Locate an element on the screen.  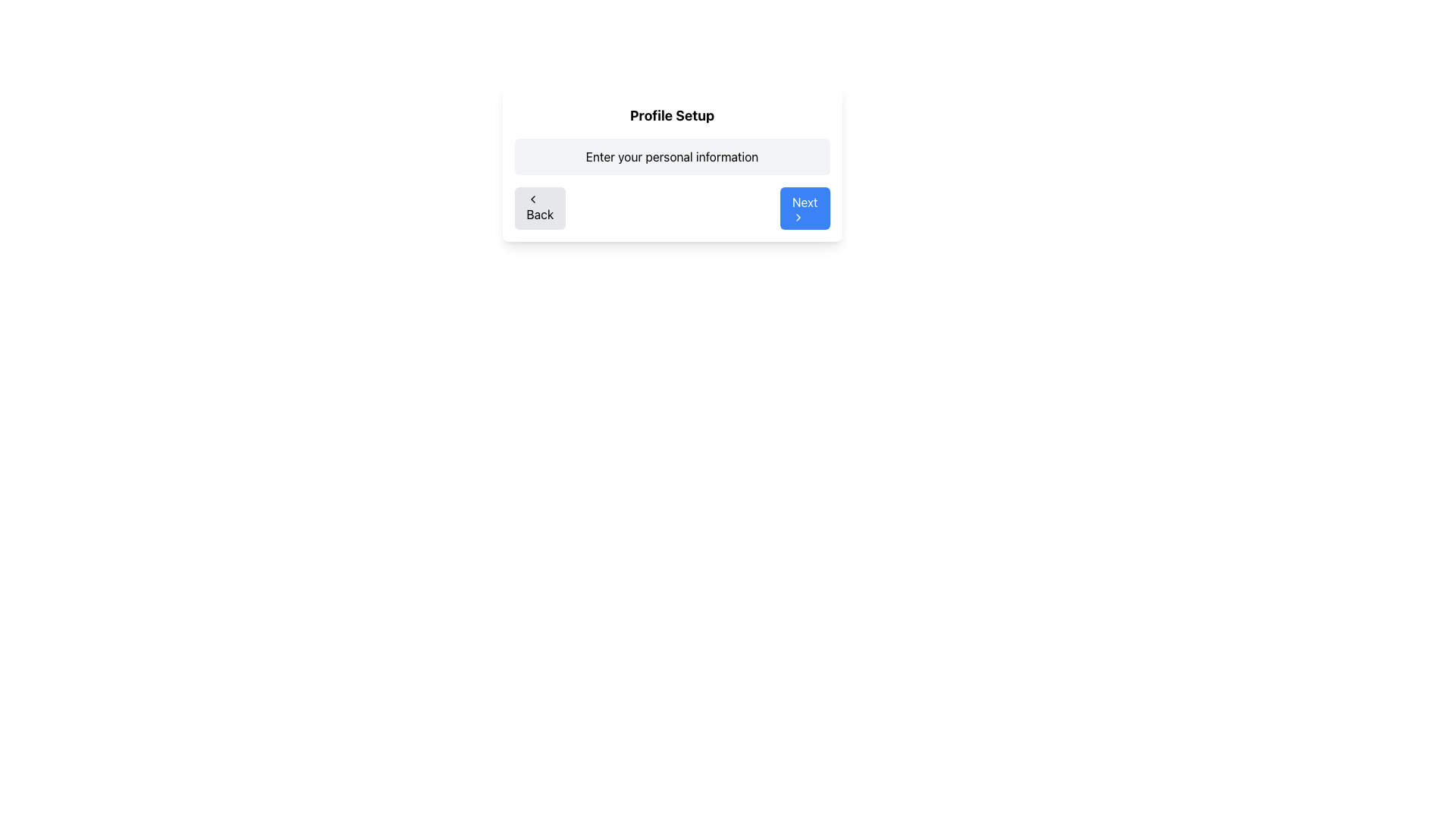
blank space between the 'Back' and 'Next' buttons in the Navigation control located at the bottom center of the 'Profile Setup' page is located at coordinates (671, 208).